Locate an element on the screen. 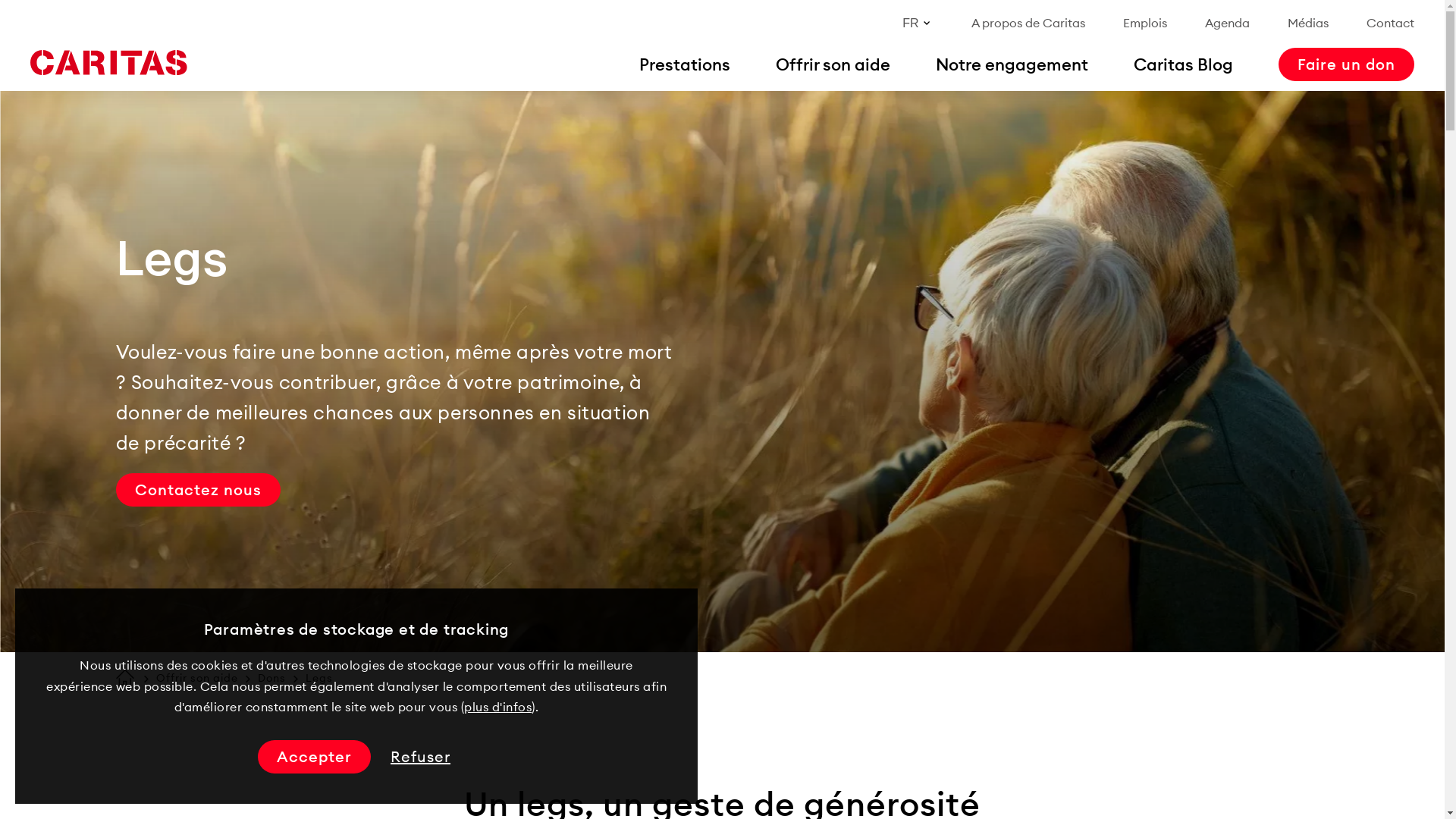 The width and height of the screenshot is (1456, 819). 'Refuser' is located at coordinates (385, 757).